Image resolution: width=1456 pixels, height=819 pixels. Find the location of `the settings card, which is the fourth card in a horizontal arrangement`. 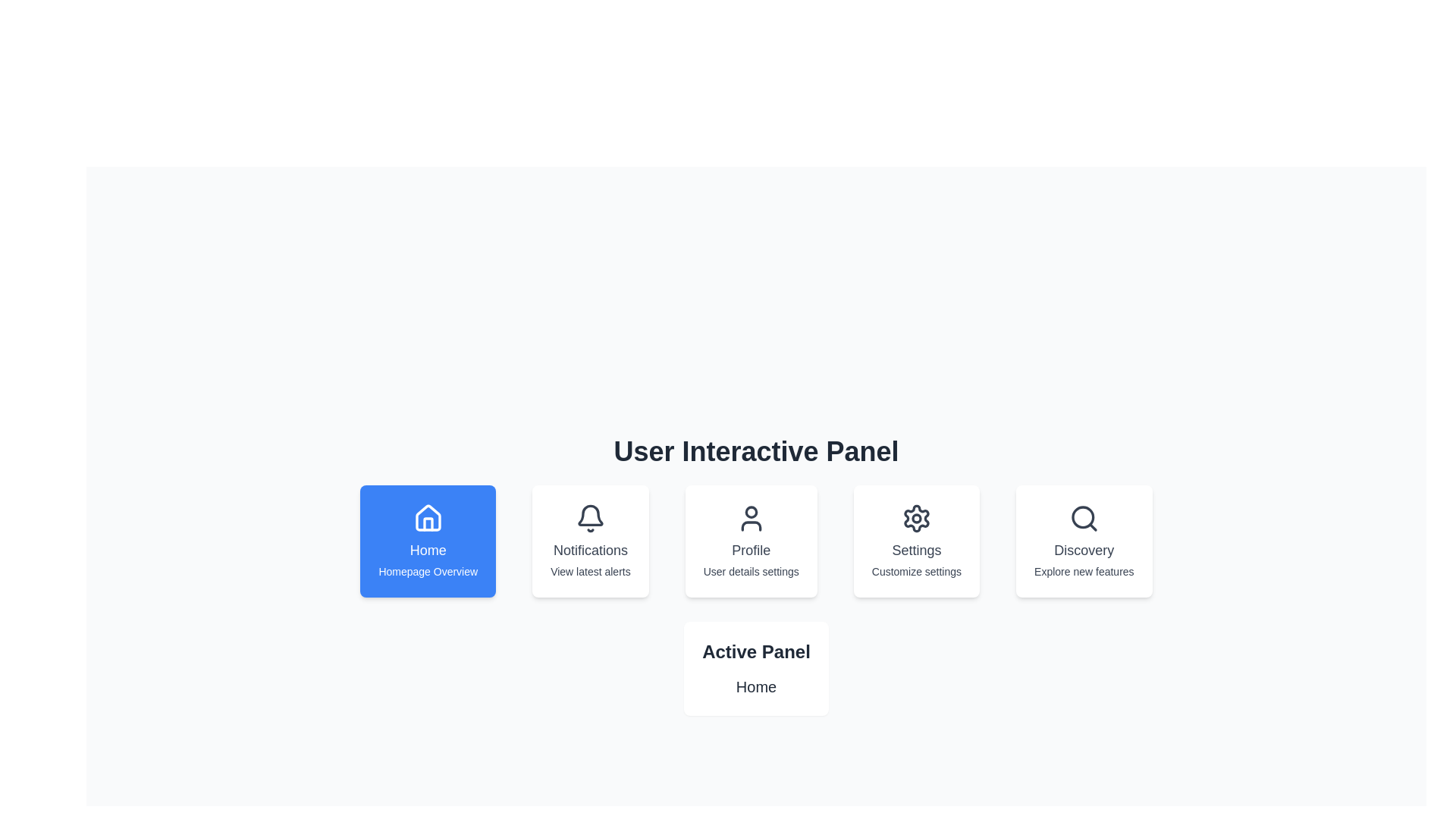

the settings card, which is the fourth card in a horizontal arrangement is located at coordinates (915, 540).